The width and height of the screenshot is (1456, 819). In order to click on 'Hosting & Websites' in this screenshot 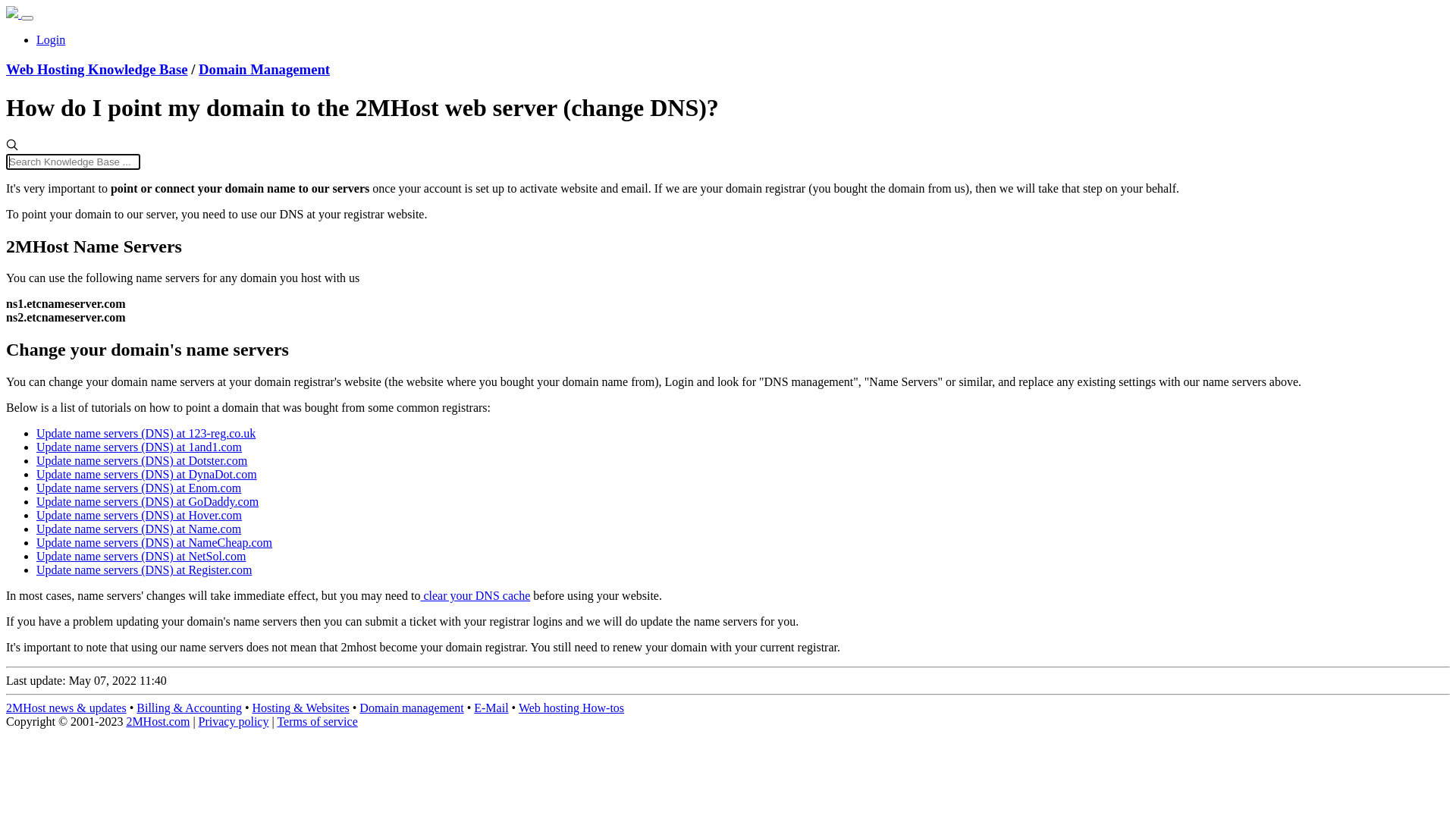, I will do `click(301, 708)`.